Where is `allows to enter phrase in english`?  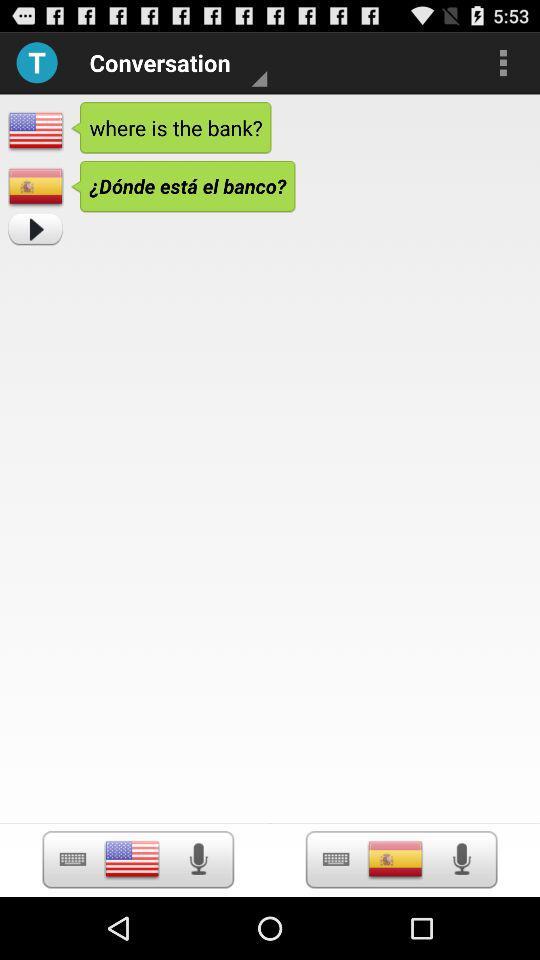
allows to enter phrase in english is located at coordinates (132, 858).